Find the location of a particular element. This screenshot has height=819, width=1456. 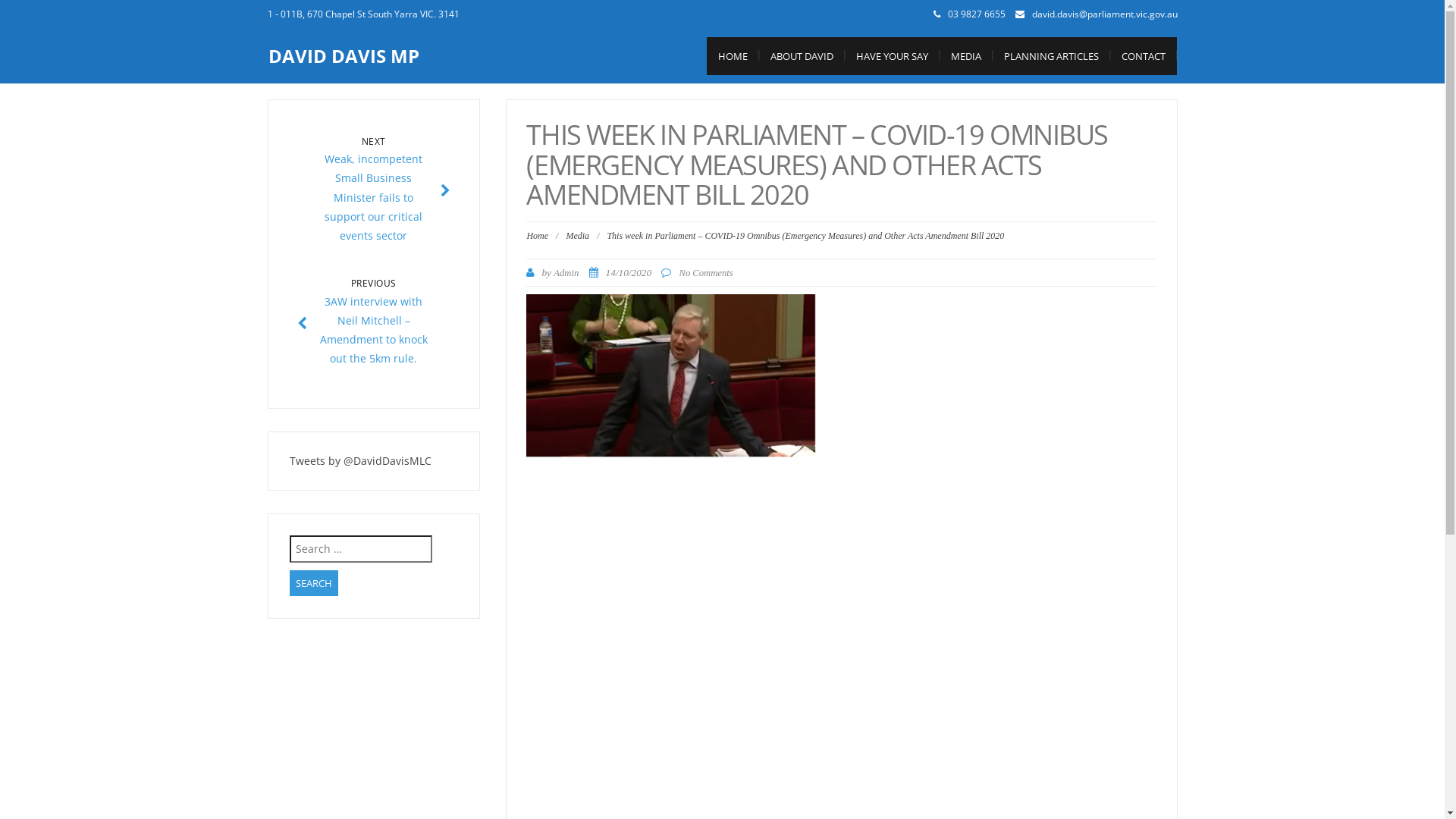

'PLANNING ARTICLES' is located at coordinates (1050, 55).